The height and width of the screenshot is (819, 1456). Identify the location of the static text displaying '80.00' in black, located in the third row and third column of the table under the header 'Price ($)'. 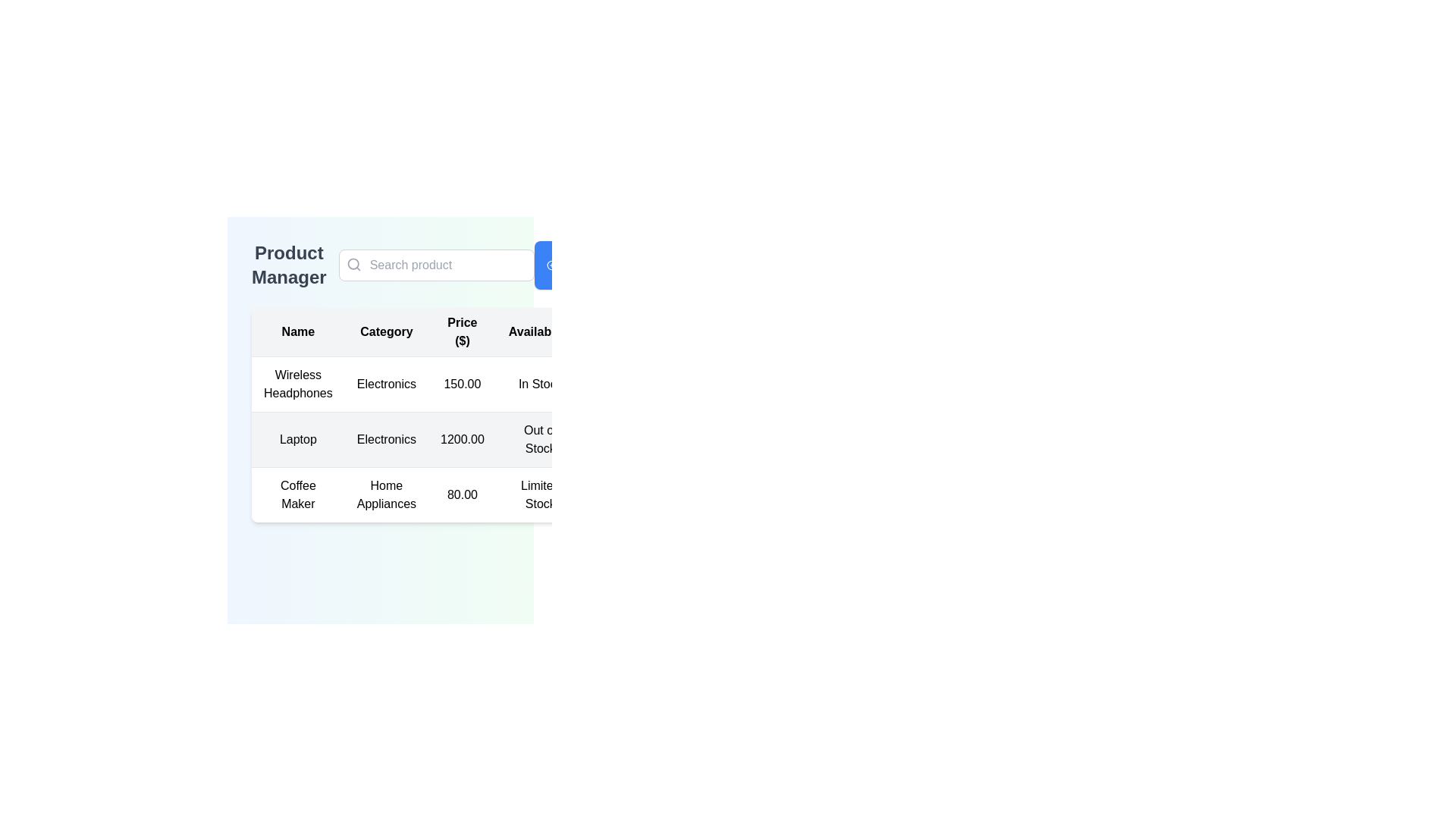
(461, 494).